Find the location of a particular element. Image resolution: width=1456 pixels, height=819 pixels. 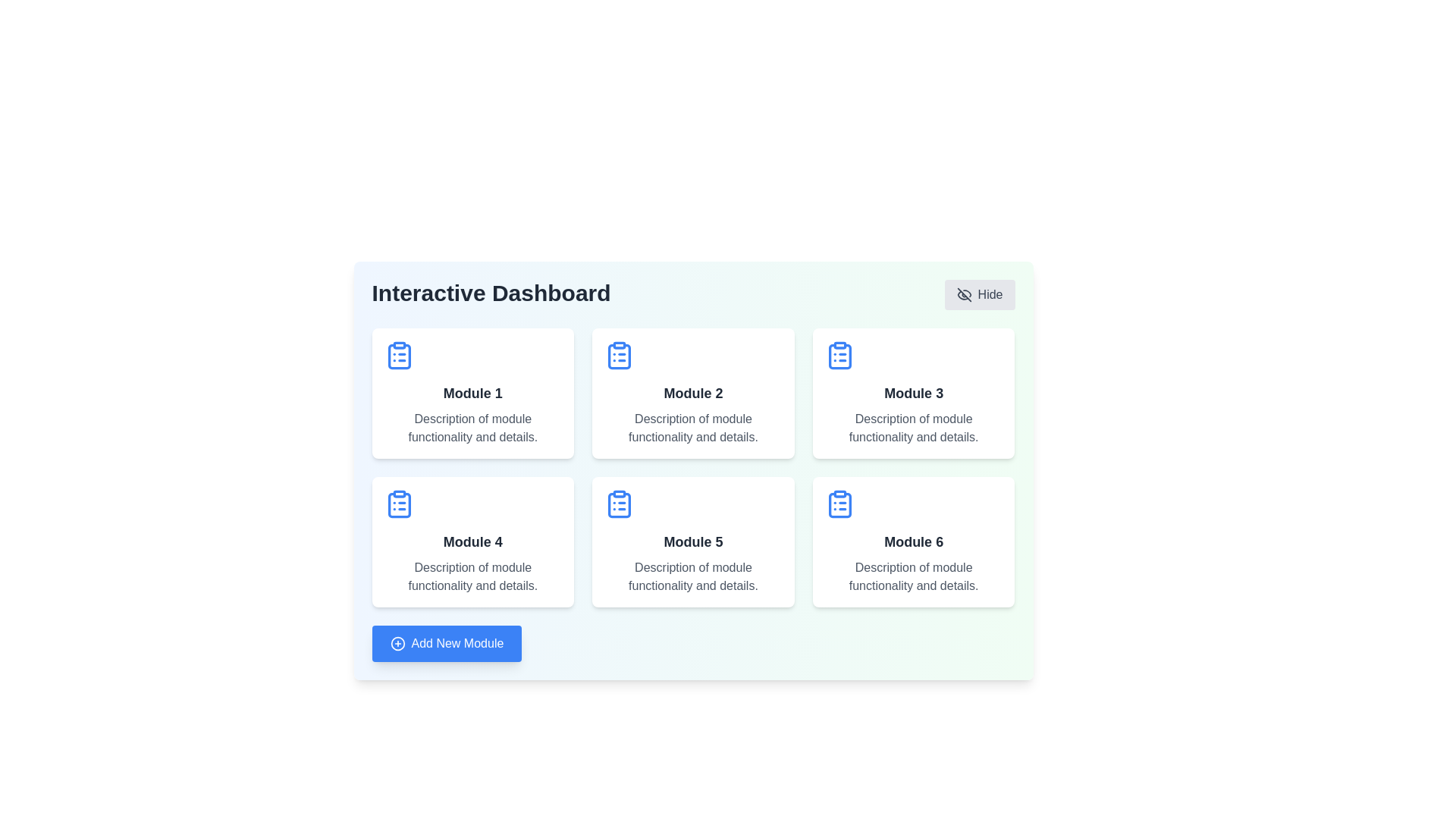

the 'Hide' button located in the top-right corner of the 'Interactive Dashboard' section is located at coordinates (979, 295).